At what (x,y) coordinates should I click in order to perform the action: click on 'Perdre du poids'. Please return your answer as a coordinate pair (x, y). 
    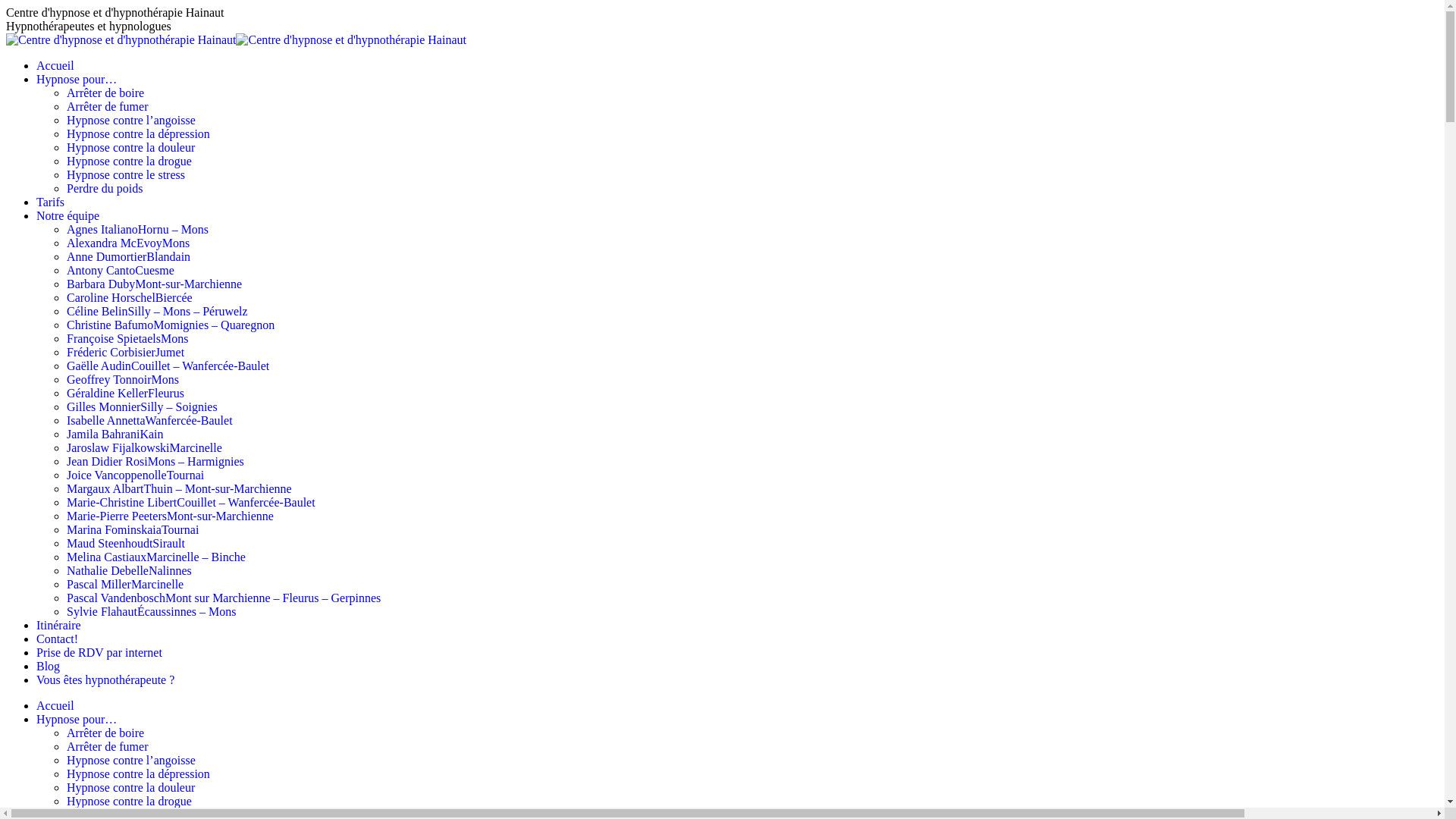
    Looking at the image, I should click on (104, 187).